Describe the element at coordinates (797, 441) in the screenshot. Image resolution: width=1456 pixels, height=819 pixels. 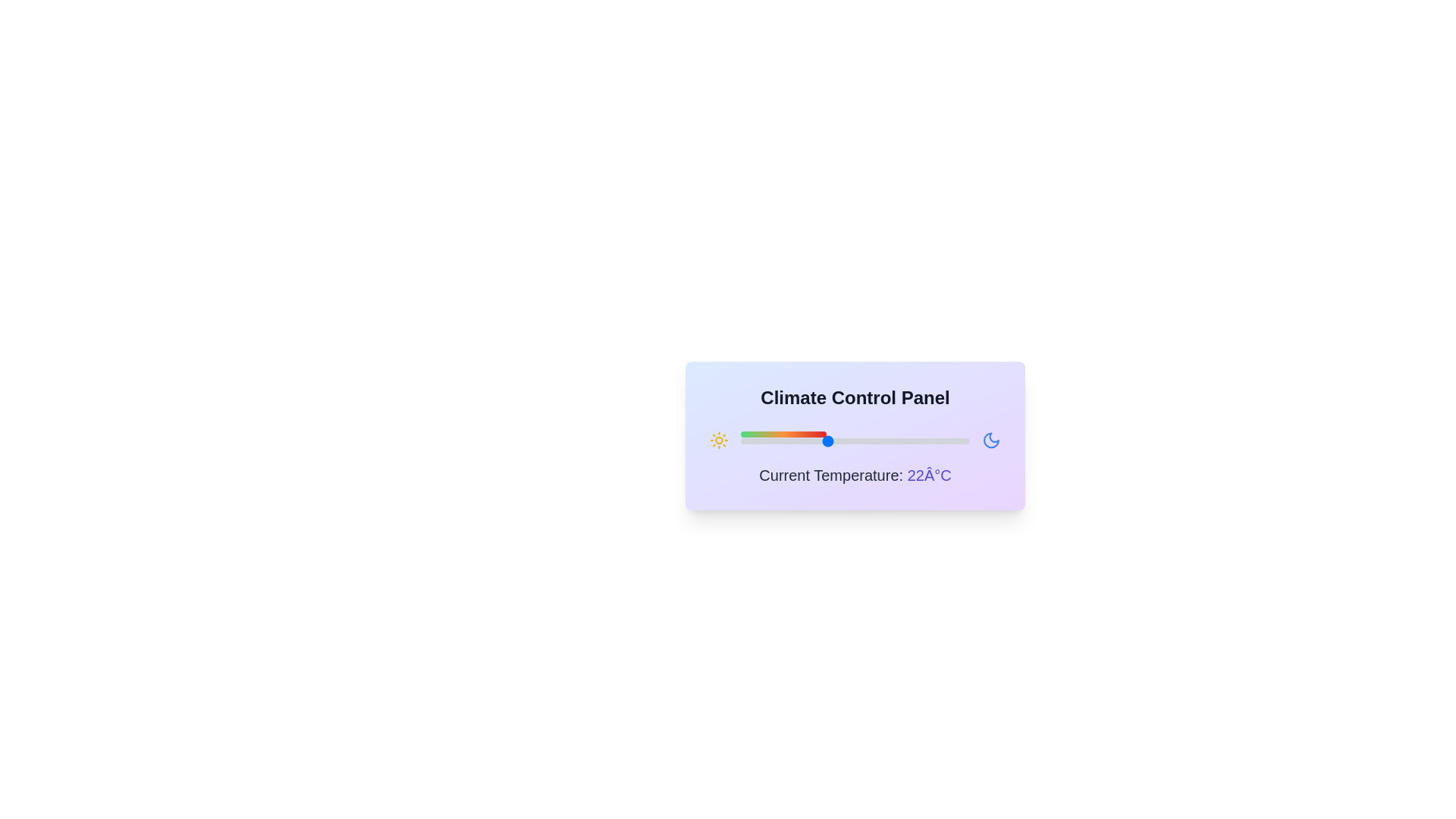
I see `the temperature` at that location.